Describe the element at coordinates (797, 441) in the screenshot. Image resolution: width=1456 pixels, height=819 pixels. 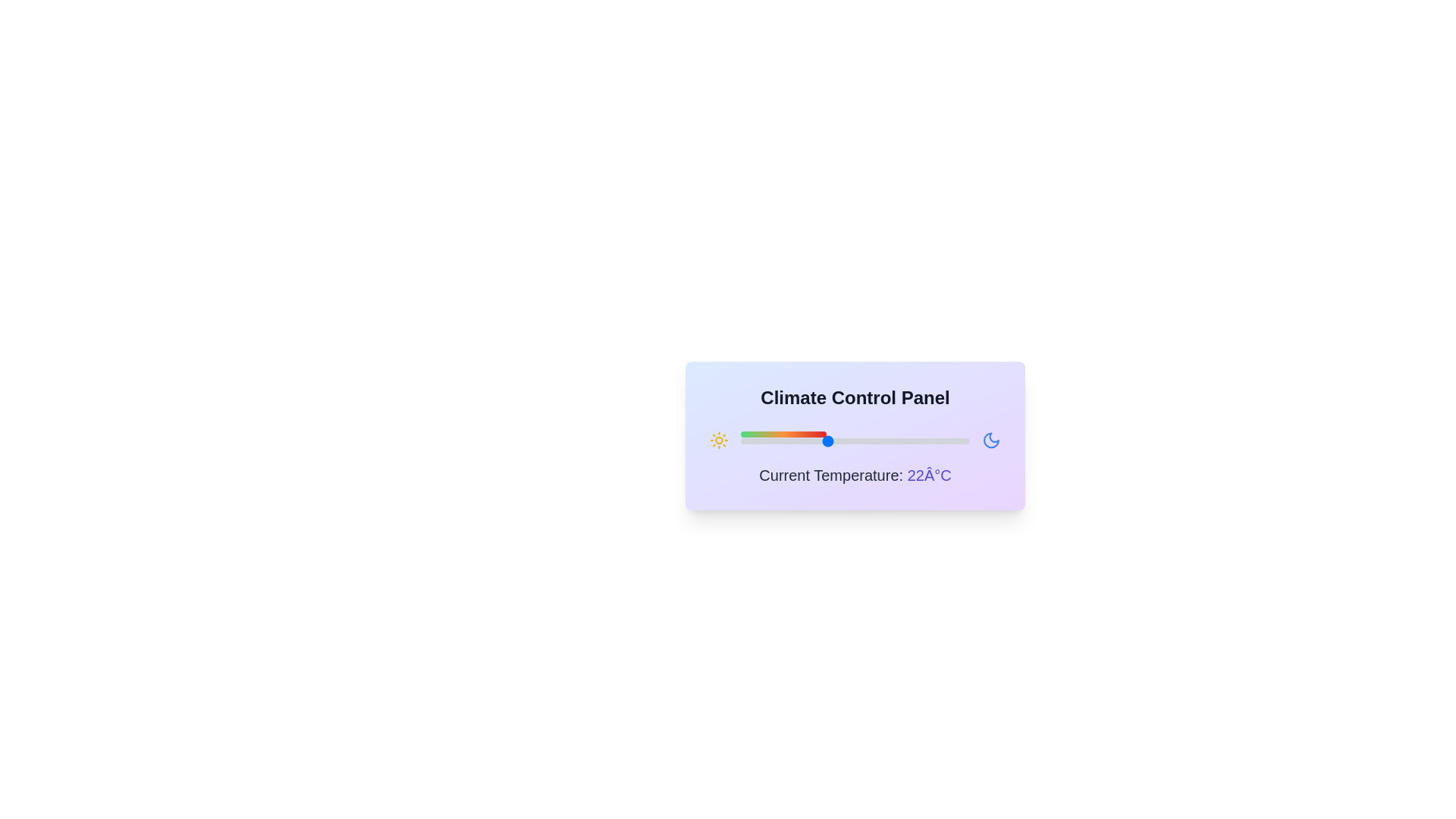
I see `the temperature` at that location.